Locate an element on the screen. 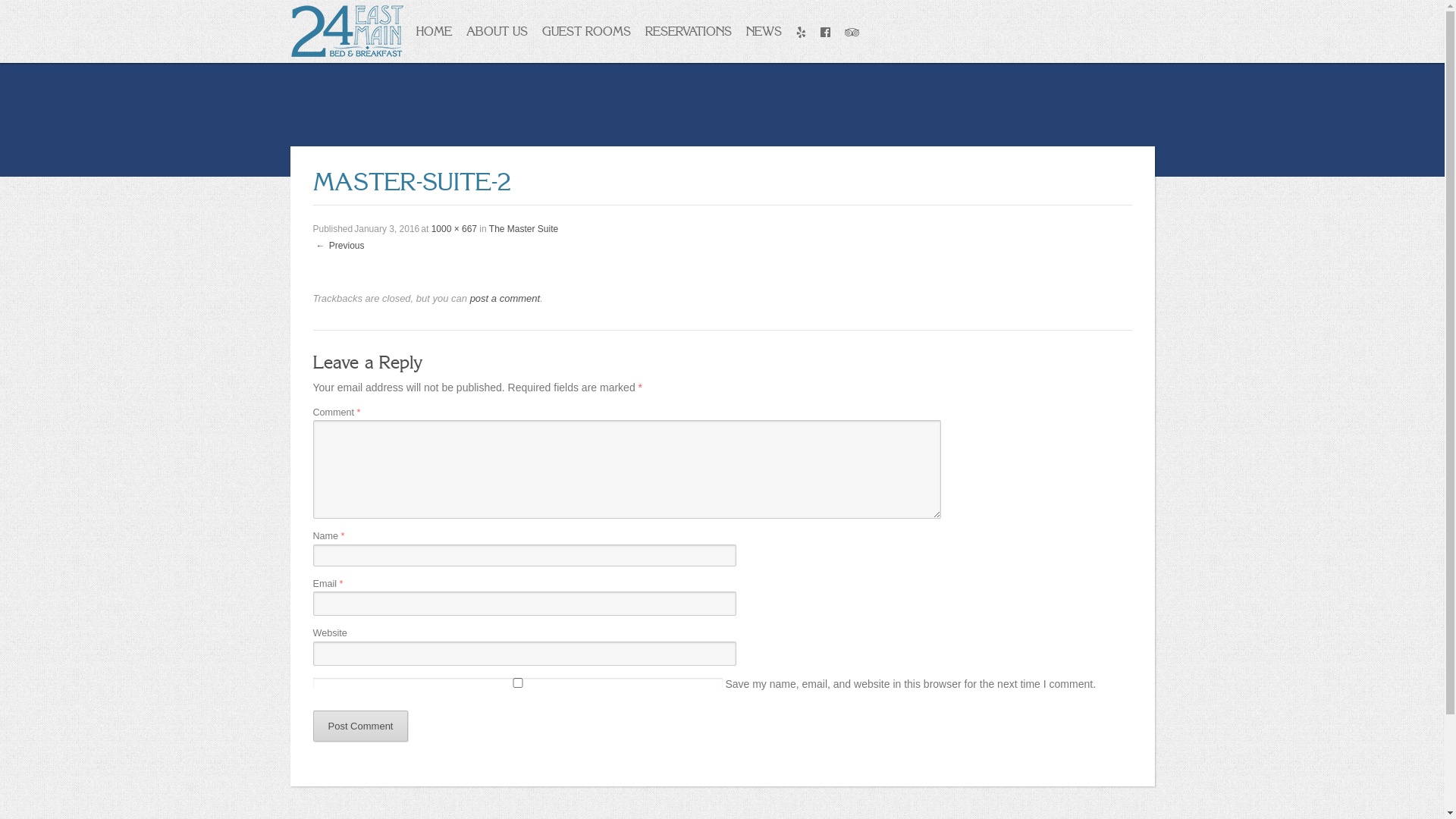 This screenshot has height=819, width=1456. 'post a comment' is located at coordinates (469, 298).